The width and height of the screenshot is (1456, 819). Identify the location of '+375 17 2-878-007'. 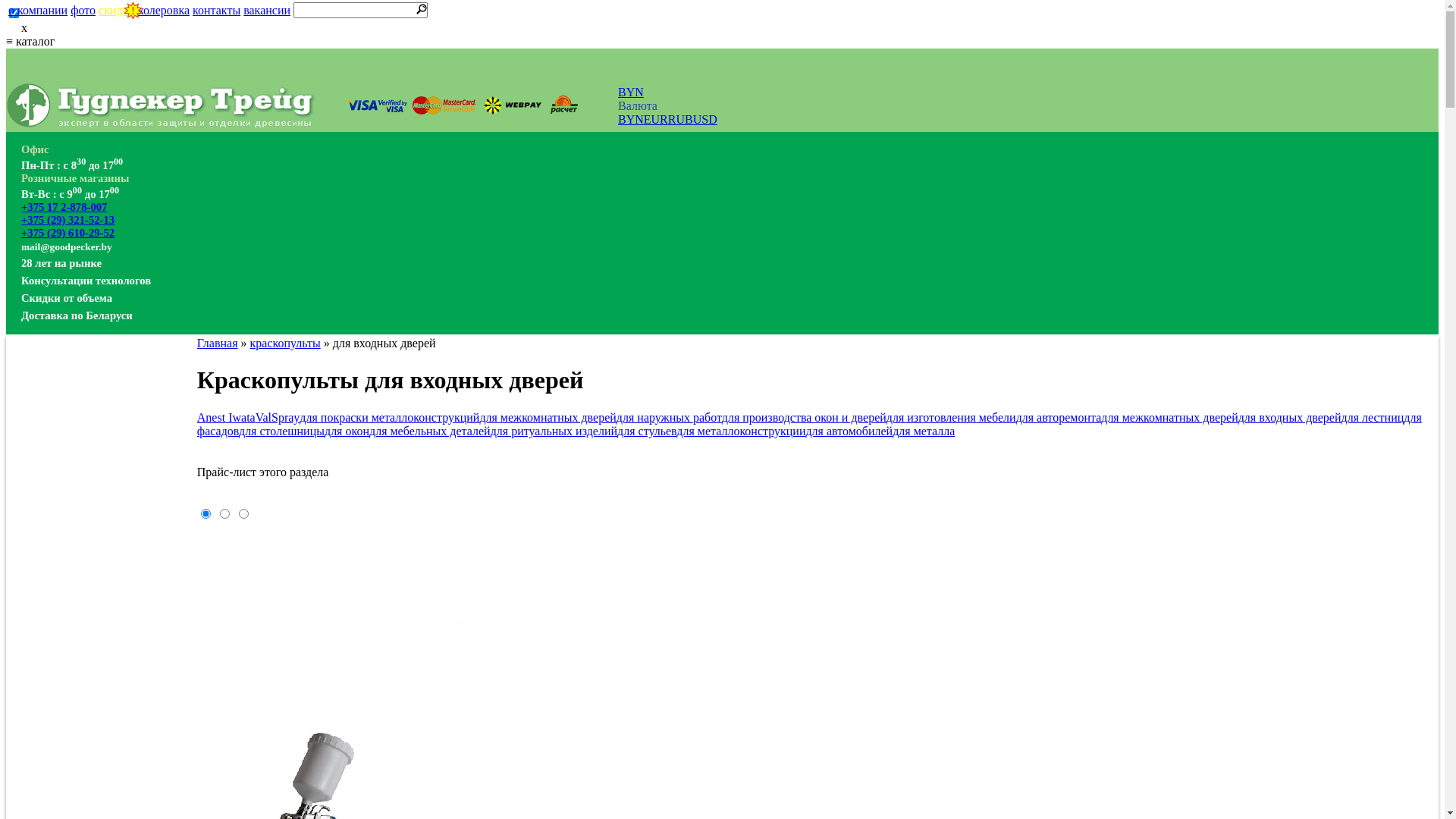
(21, 207).